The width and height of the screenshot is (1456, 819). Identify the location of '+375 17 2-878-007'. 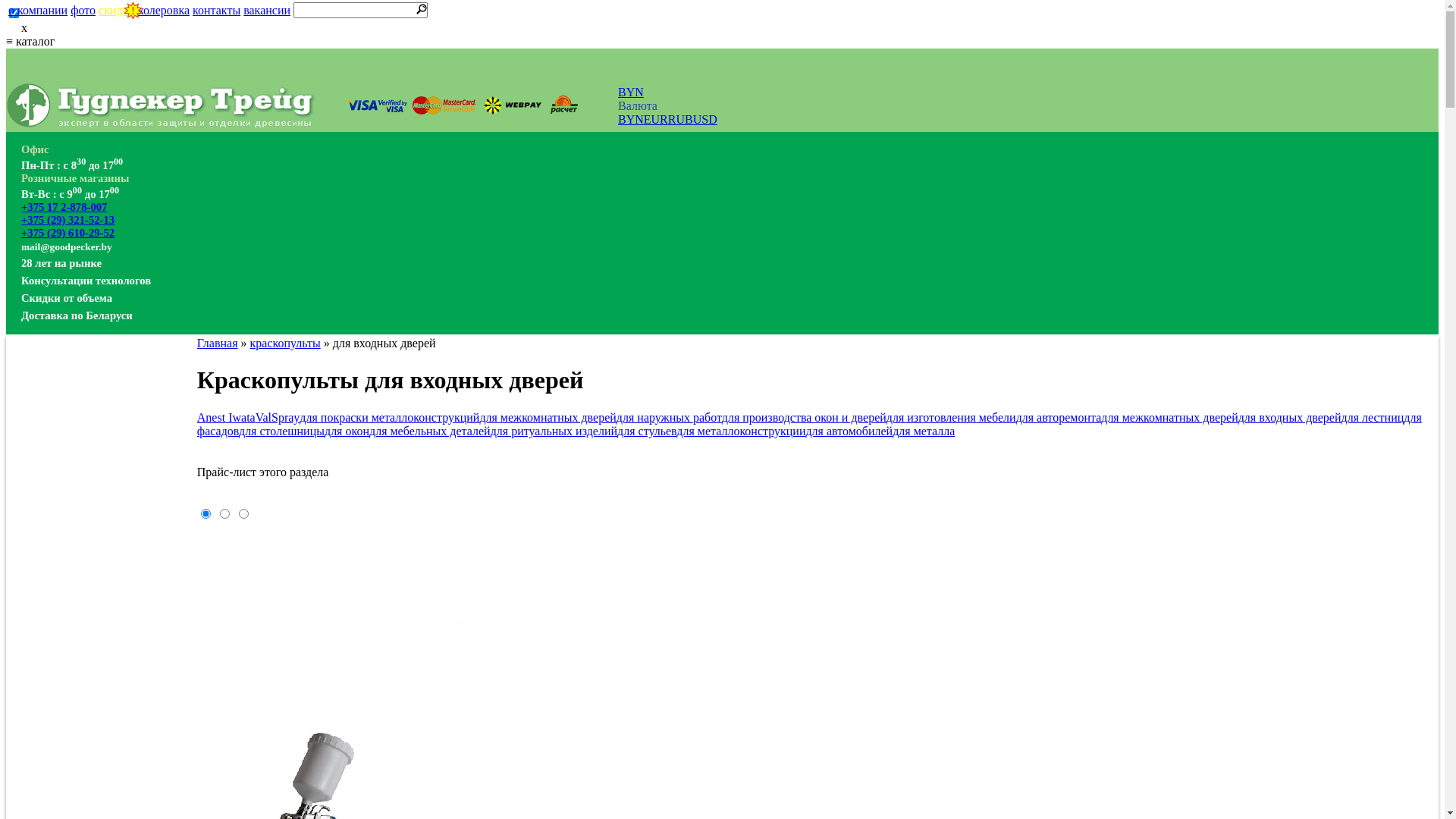
(21, 207).